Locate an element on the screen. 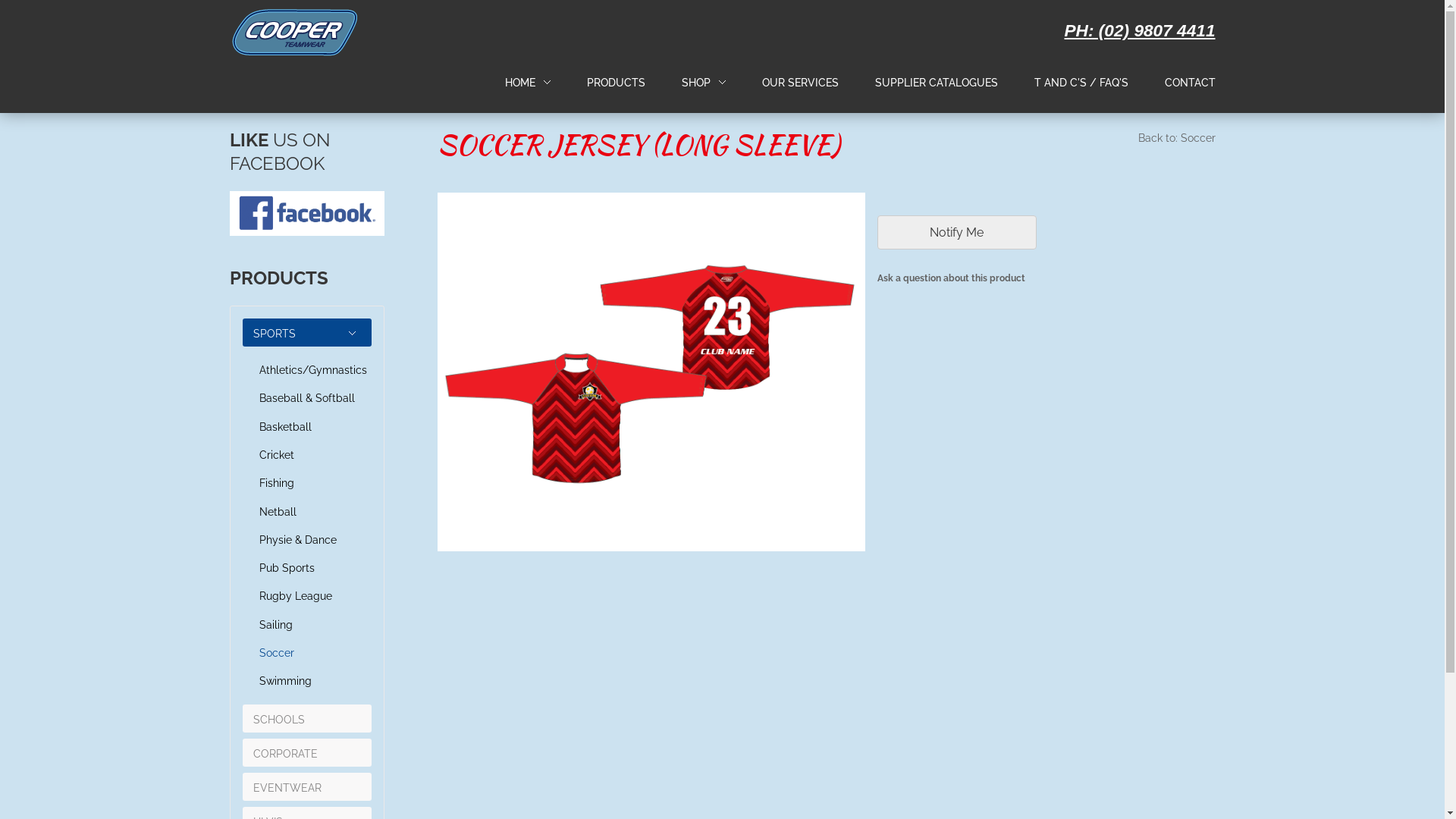 The image size is (1456, 819). 'Notify Me' is located at coordinates (956, 232).